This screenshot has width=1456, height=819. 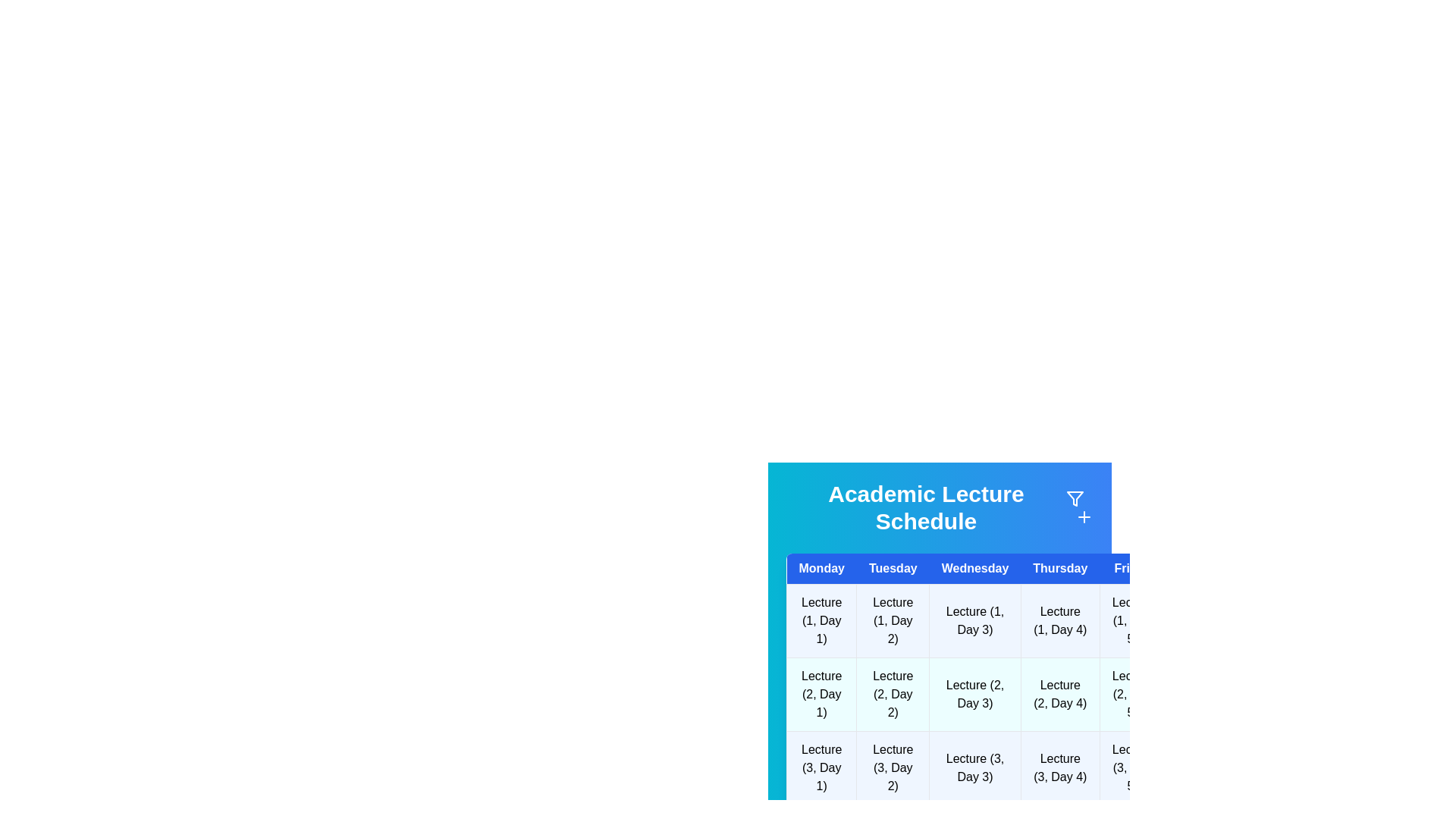 What do you see at coordinates (1074, 499) in the screenshot?
I see `the filter icon to apply filters to the schedule` at bounding box center [1074, 499].